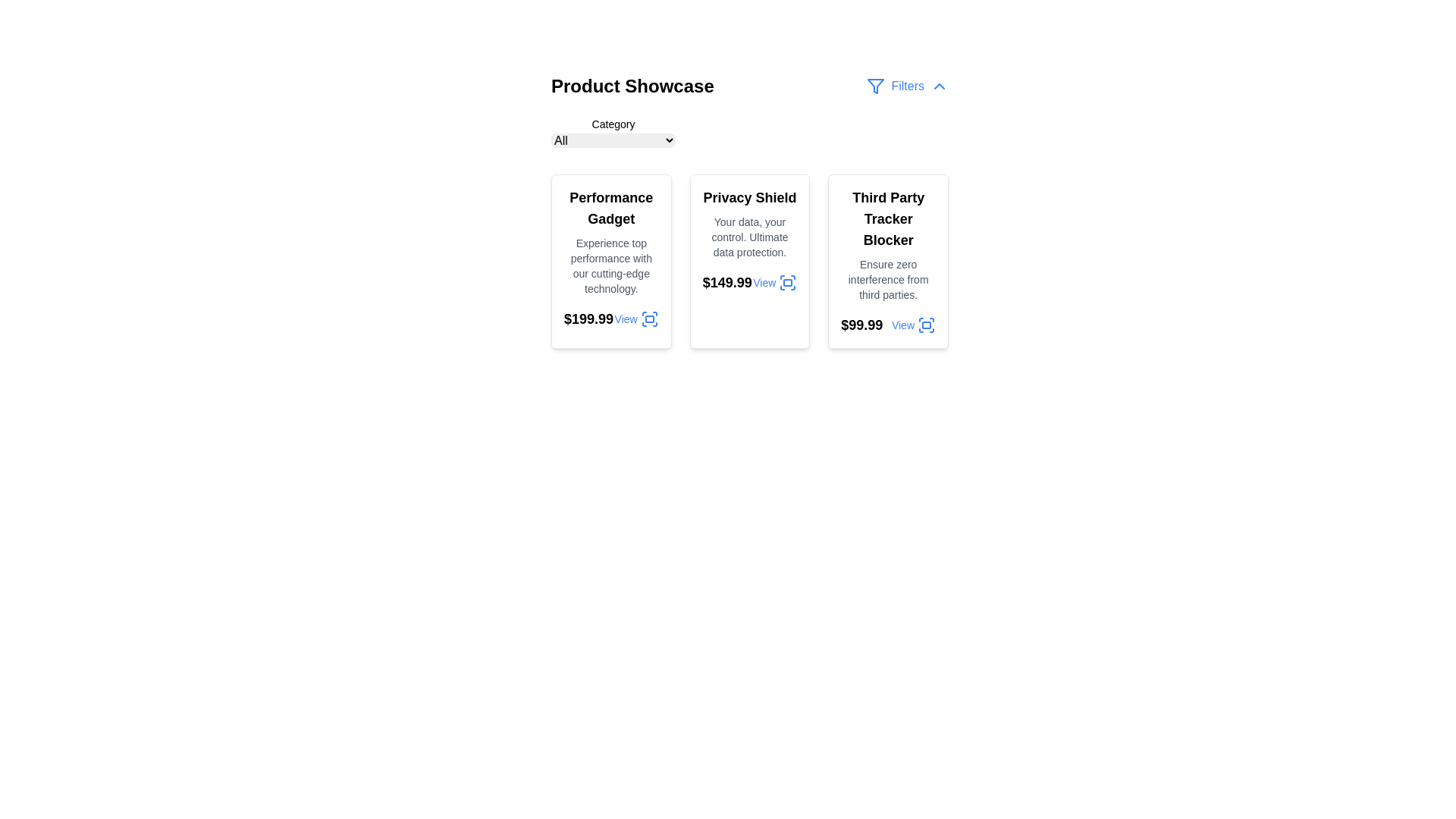  Describe the element at coordinates (749, 260) in the screenshot. I see `product information displayed on the 'Privacy Shield' product card located in the main 'Product Showcase' section, which is the second card in a horizontal alignment` at that location.